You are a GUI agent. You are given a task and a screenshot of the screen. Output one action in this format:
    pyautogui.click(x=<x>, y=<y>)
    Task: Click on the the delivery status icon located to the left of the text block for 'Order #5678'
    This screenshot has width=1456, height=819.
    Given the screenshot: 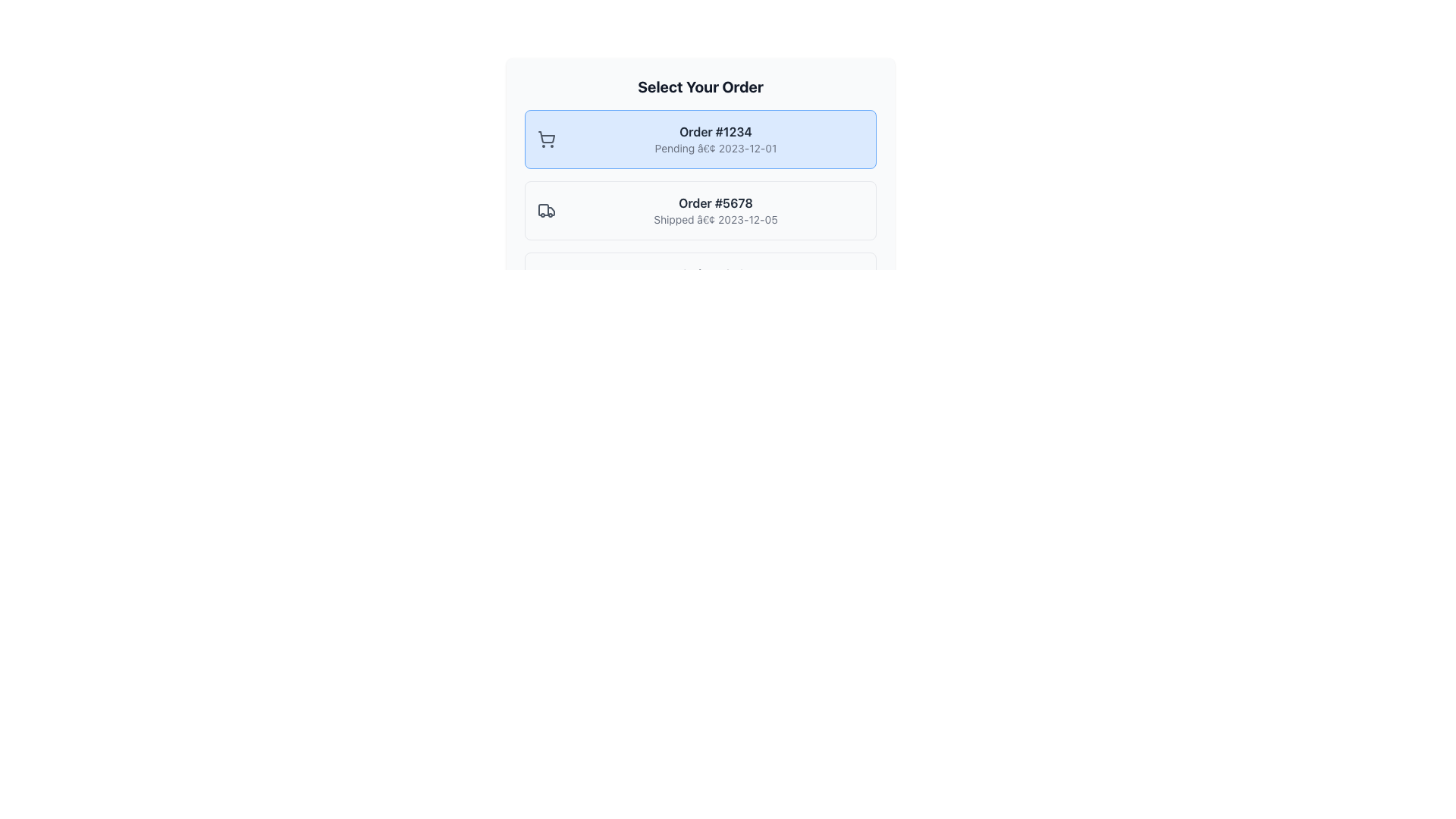 What is the action you would take?
    pyautogui.click(x=546, y=210)
    